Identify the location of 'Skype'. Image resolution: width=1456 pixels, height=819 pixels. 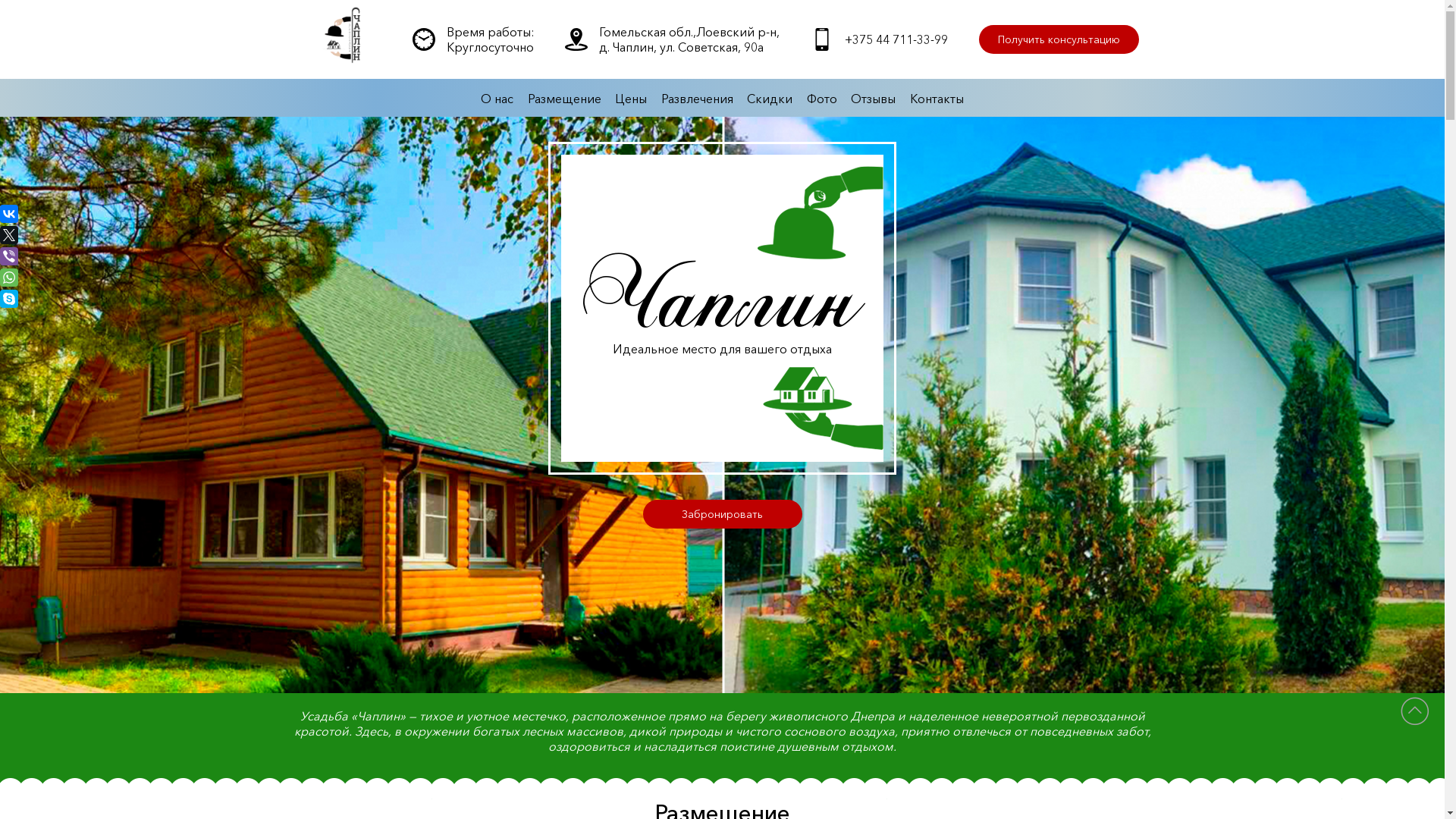
(9, 298).